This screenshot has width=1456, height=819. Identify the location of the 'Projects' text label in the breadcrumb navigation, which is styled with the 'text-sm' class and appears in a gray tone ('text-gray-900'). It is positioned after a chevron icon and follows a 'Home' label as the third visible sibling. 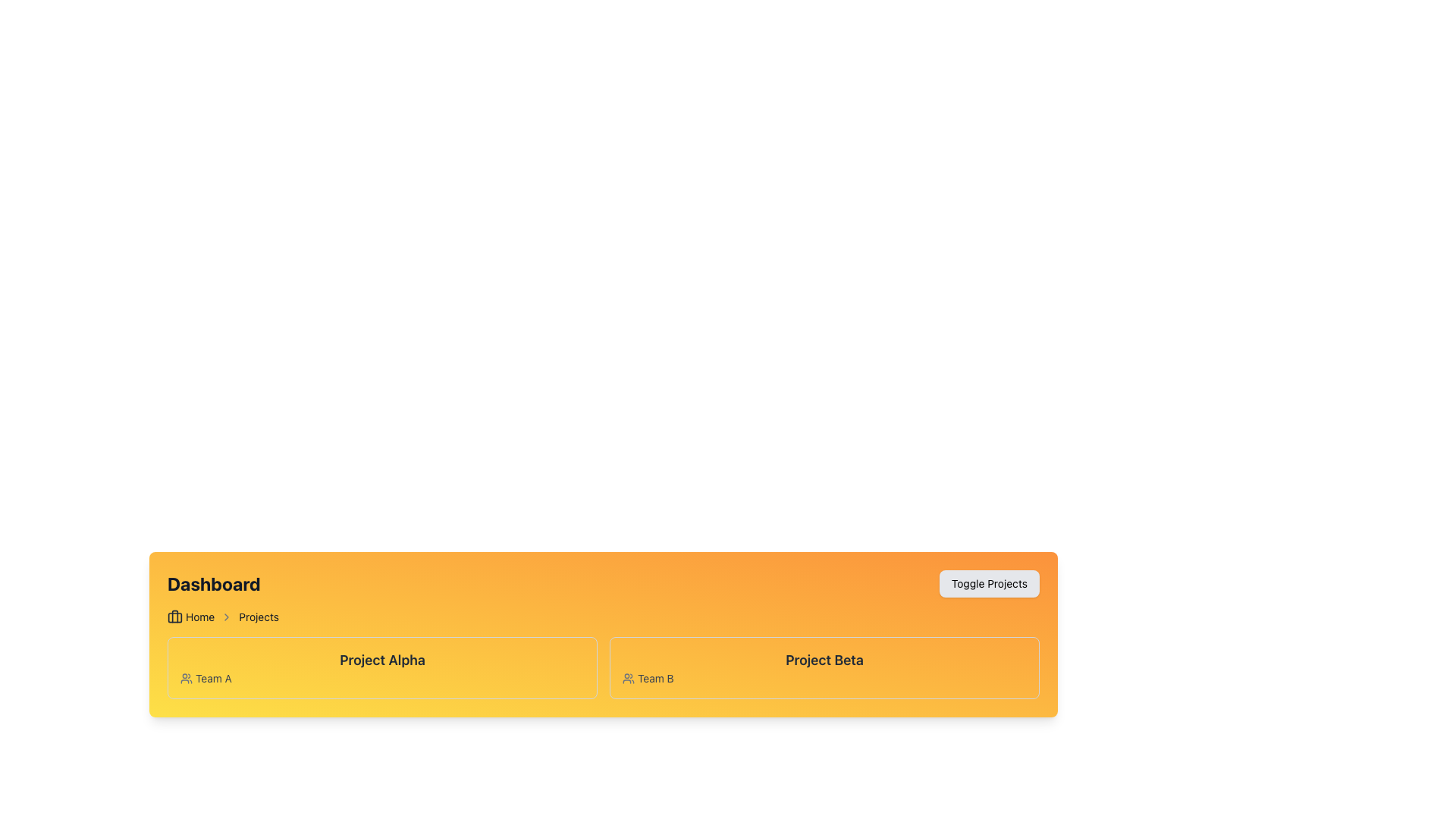
(259, 617).